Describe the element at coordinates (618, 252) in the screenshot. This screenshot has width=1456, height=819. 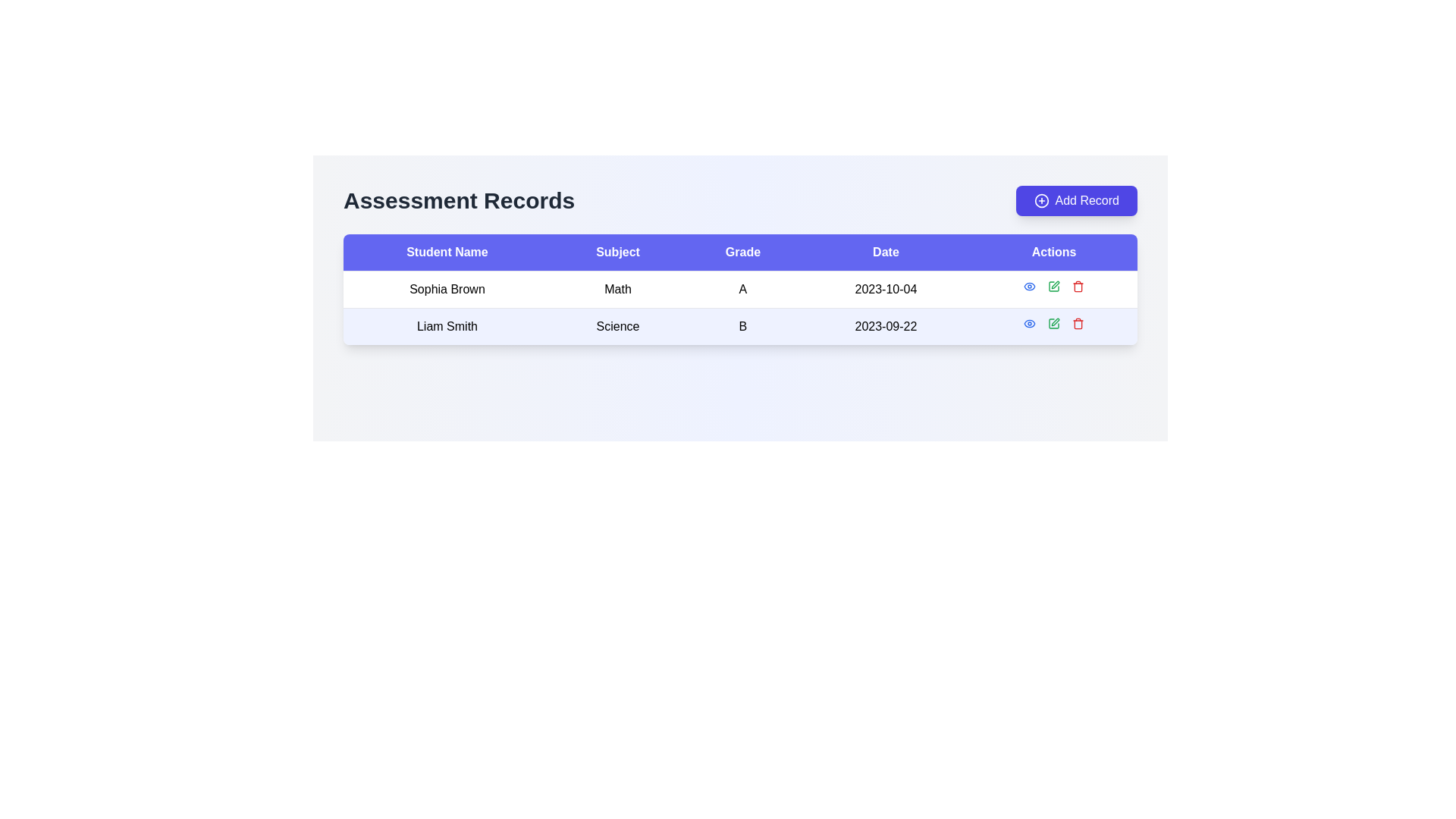
I see `the 'Subject' column header cell in the table, which is the second header positioned between 'Student Name' and 'Grade'` at that location.